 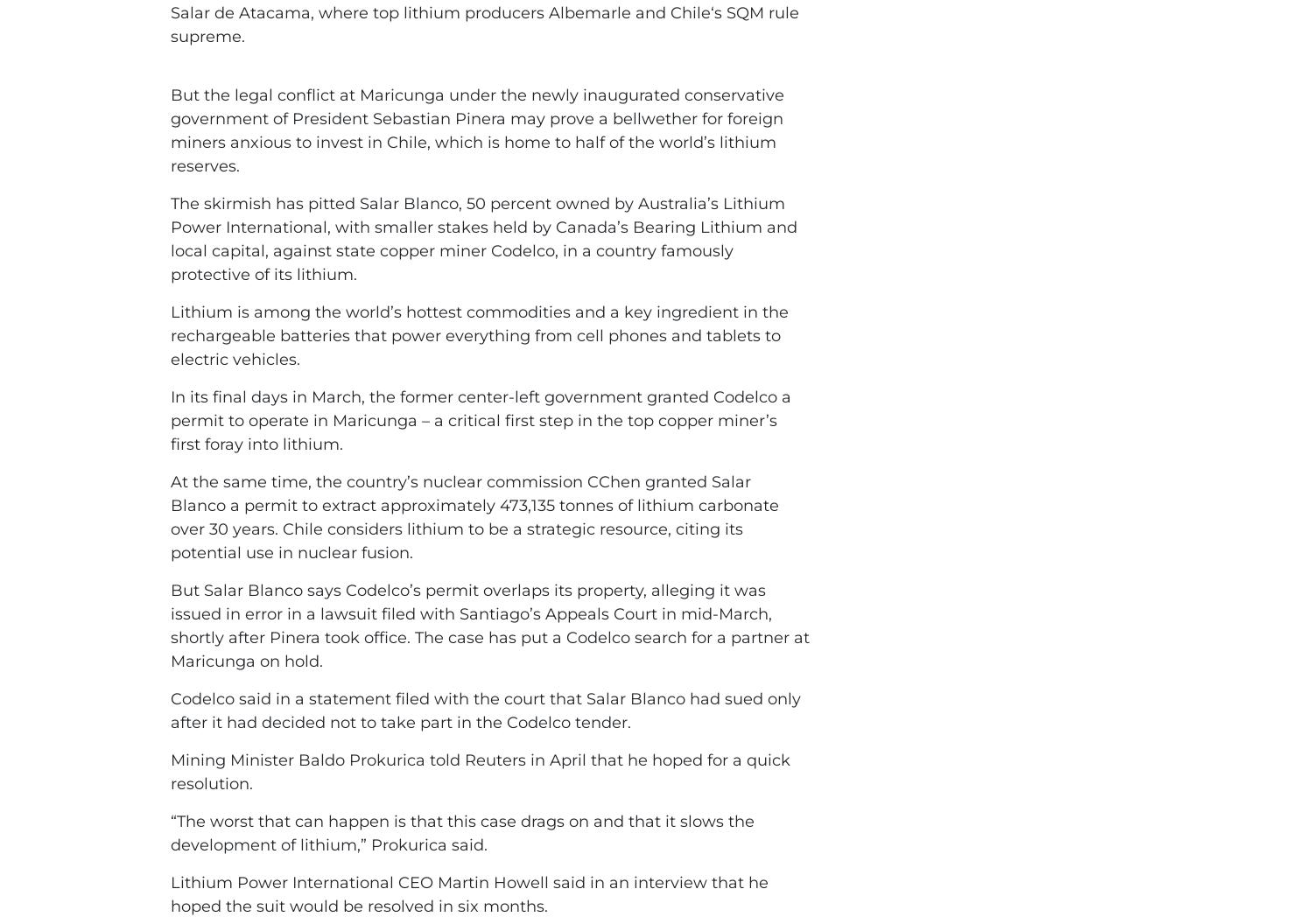 What do you see at coordinates (481, 420) in the screenshot?
I see `'In its final days in March, the former center-left government granted Codelco a permit to operate in Maricunga – a critical first step in the top copper miner’s first foray into lithium.'` at bounding box center [481, 420].